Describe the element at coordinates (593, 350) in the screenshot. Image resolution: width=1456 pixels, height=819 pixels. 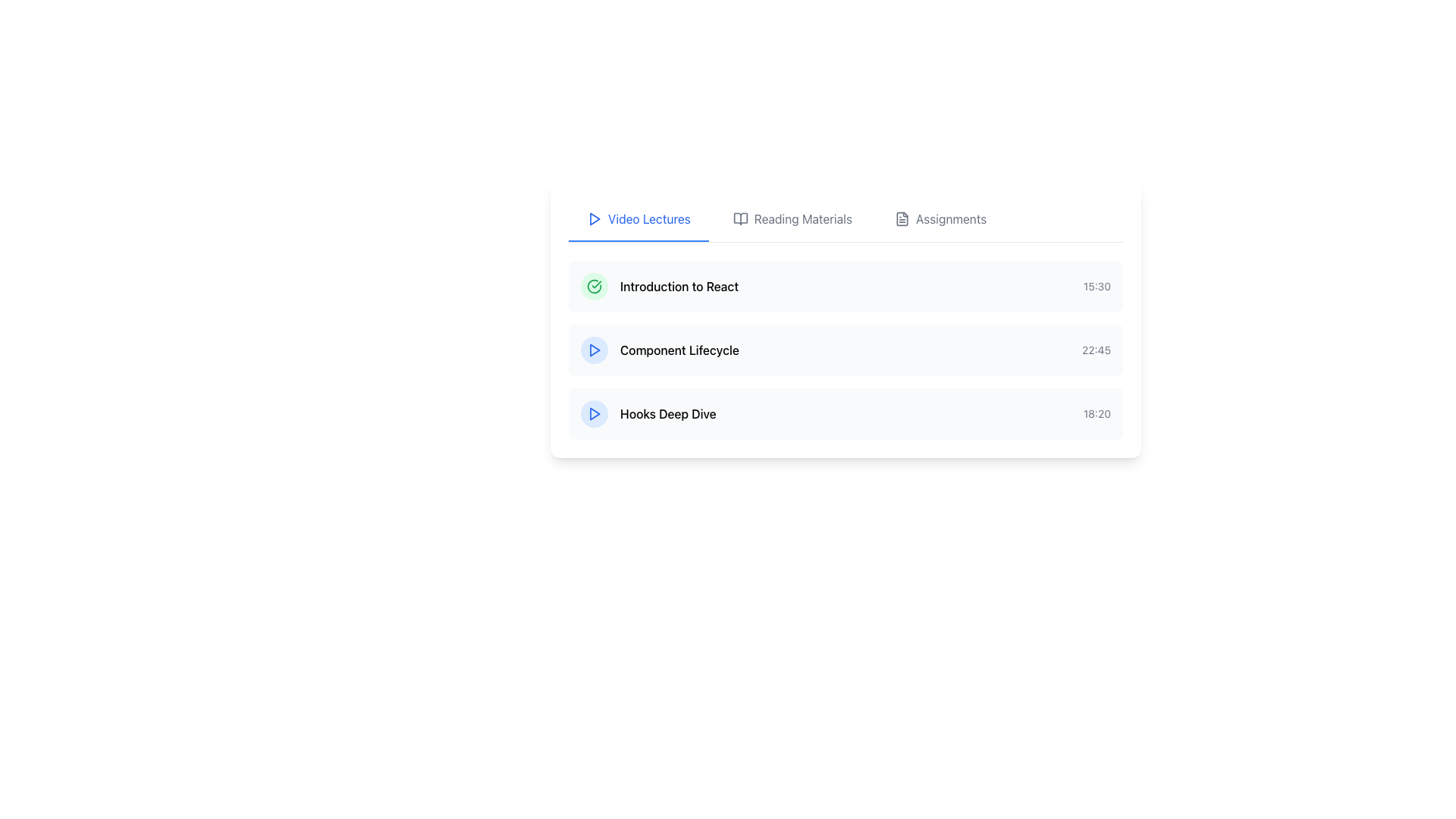
I see `the Play button located immediately to the left of the 'Component Lifecycle' text` at that location.